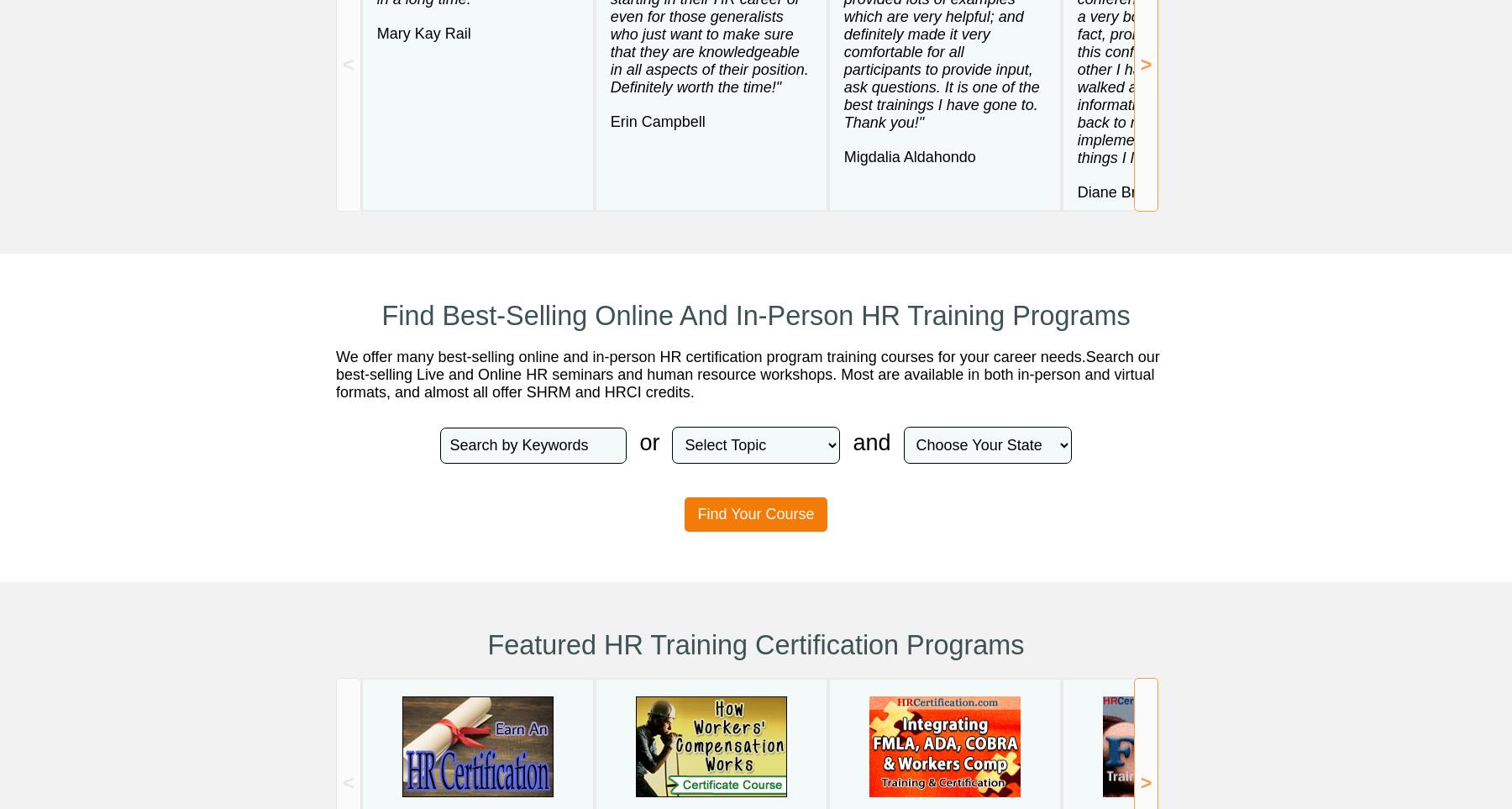 This screenshot has height=809, width=1512. Describe the element at coordinates (648, 441) in the screenshot. I see `'or'` at that location.